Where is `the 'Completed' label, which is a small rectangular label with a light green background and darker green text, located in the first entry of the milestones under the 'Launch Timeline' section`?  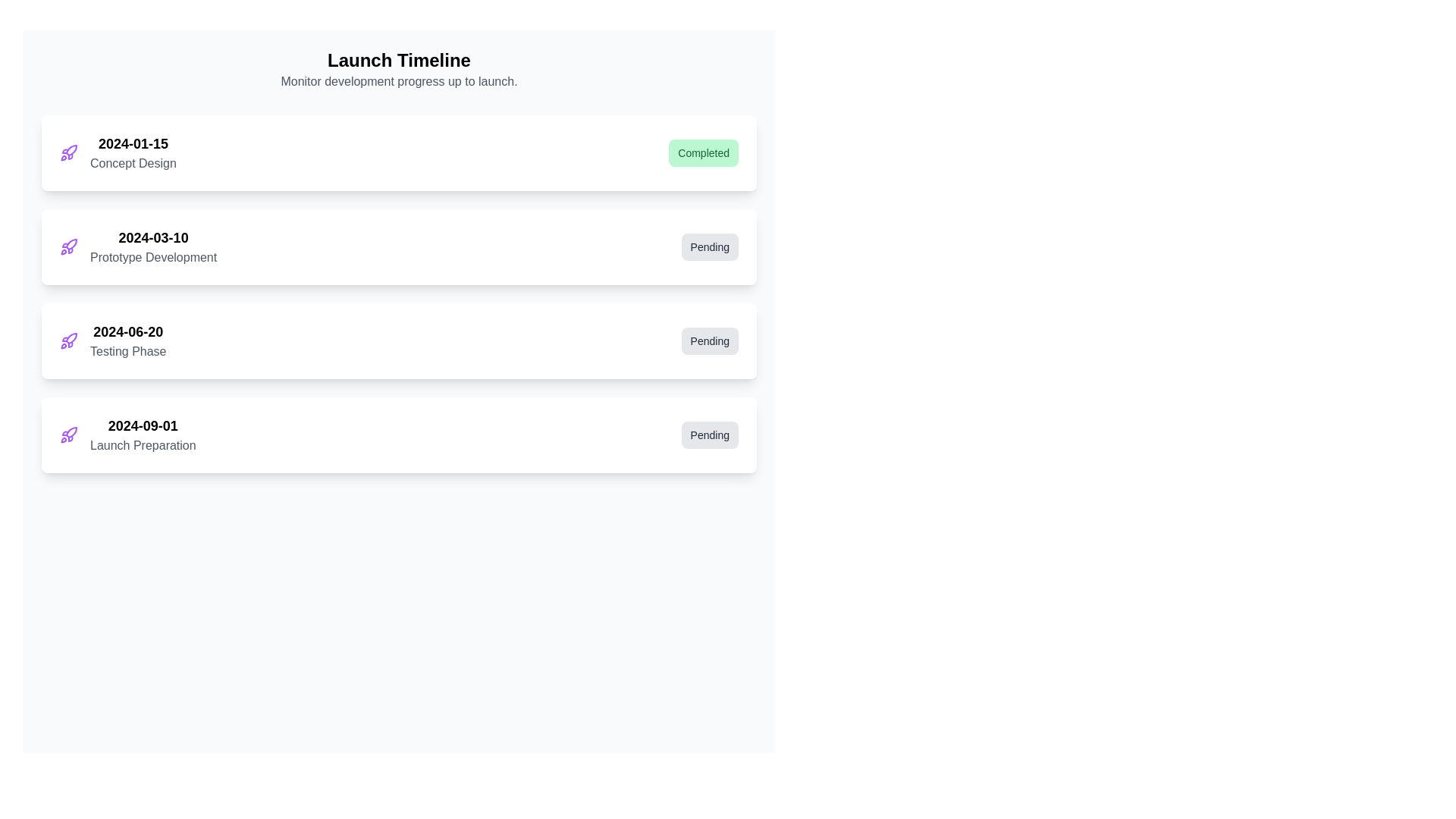 the 'Completed' label, which is a small rectangular label with a light green background and darker green text, located in the first entry of the milestones under the 'Launch Timeline' section is located at coordinates (703, 152).